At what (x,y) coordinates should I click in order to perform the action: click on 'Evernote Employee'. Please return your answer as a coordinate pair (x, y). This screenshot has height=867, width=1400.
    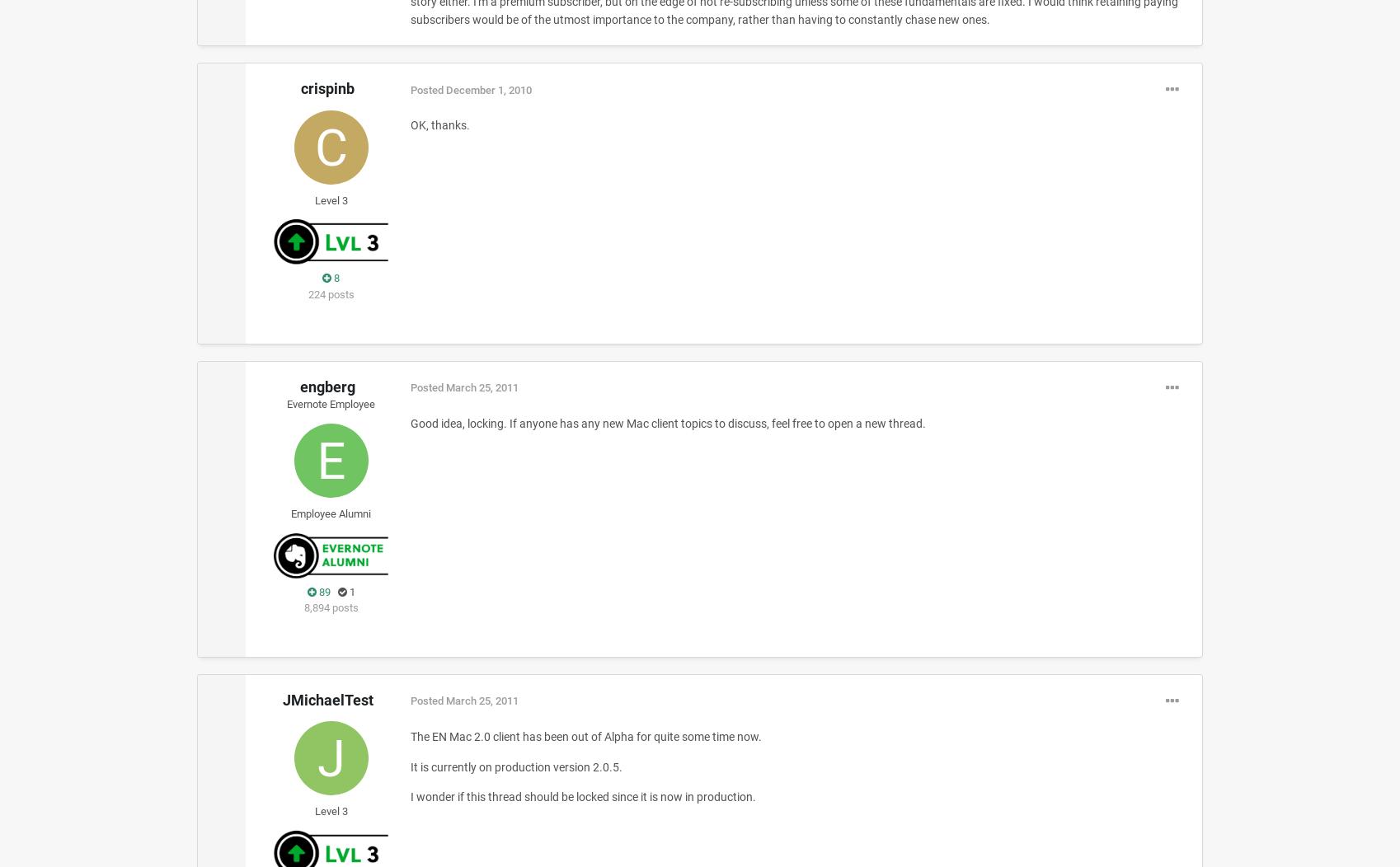
    Looking at the image, I should click on (331, 402).